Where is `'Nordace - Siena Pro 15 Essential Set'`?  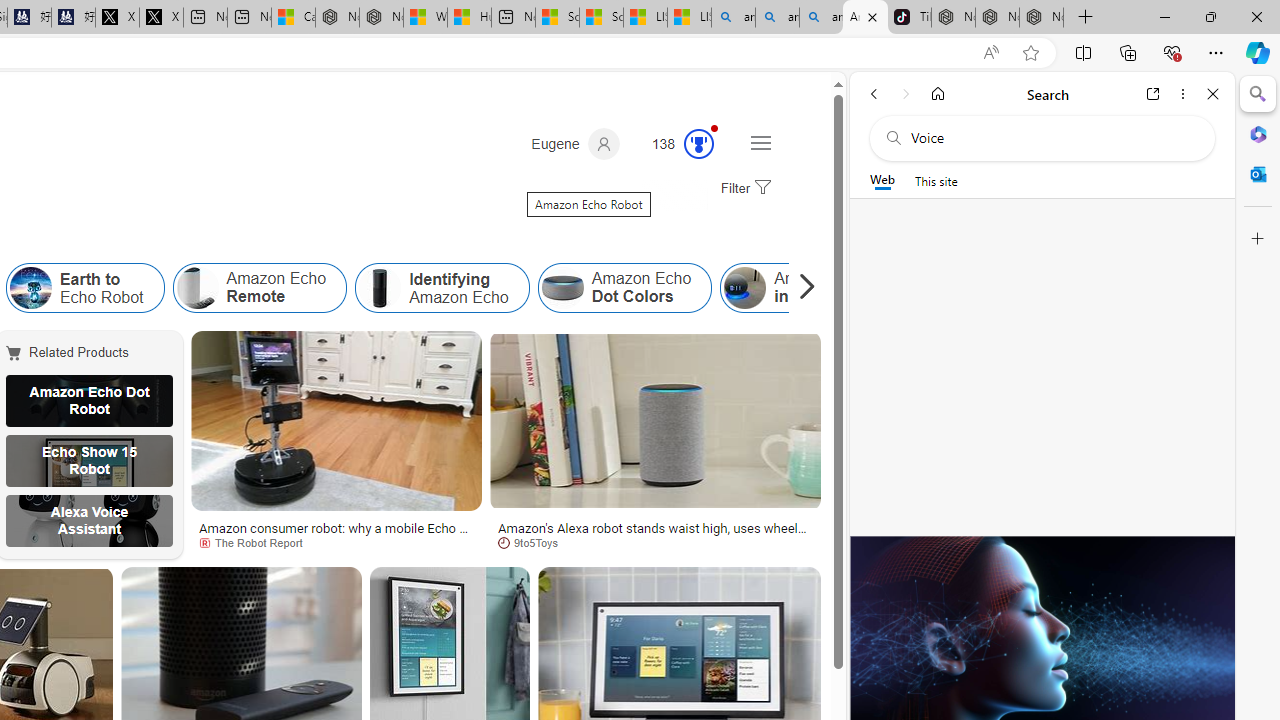
'Nordace - Siena Pro 15 Essential Set' is located at coordinates (1040, 17).